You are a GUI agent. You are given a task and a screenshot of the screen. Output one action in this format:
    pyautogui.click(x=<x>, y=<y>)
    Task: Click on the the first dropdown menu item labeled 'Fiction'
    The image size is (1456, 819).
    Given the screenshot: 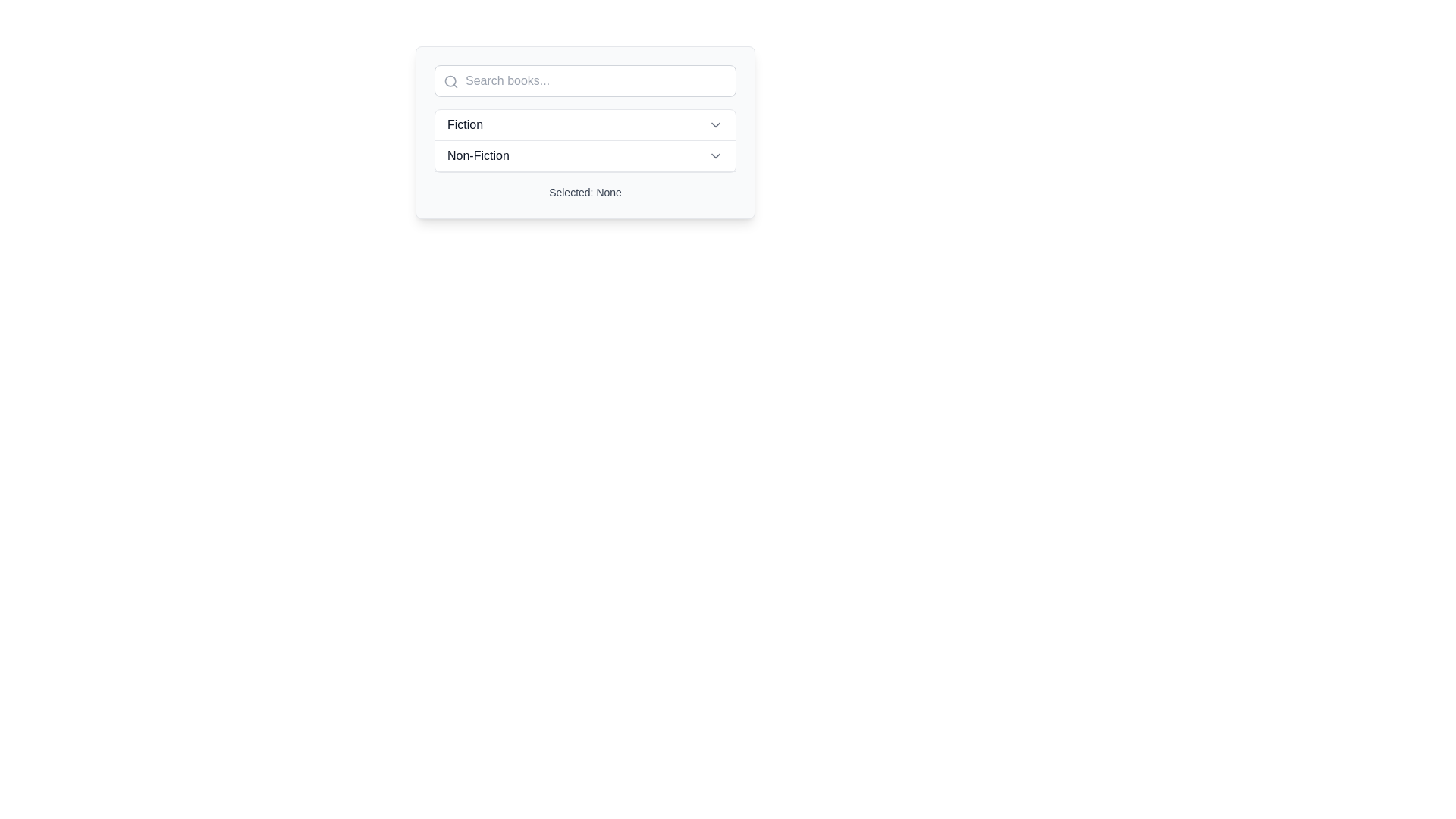 What is the action you would take?
    pyautogui.click(x=585, y=124)
    